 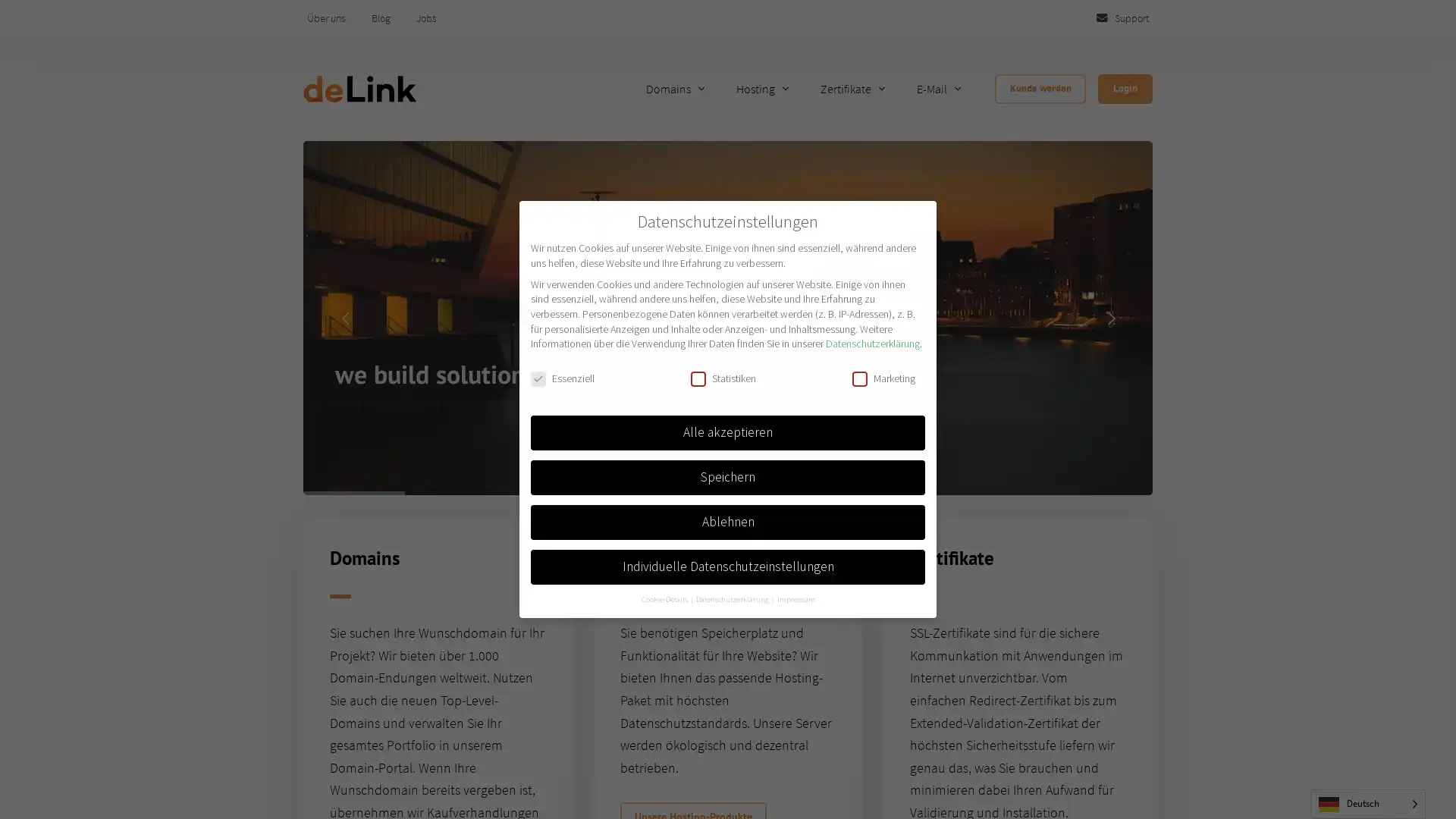 I want to click on Datenschutzerklarung, so click(x=732, y=598).